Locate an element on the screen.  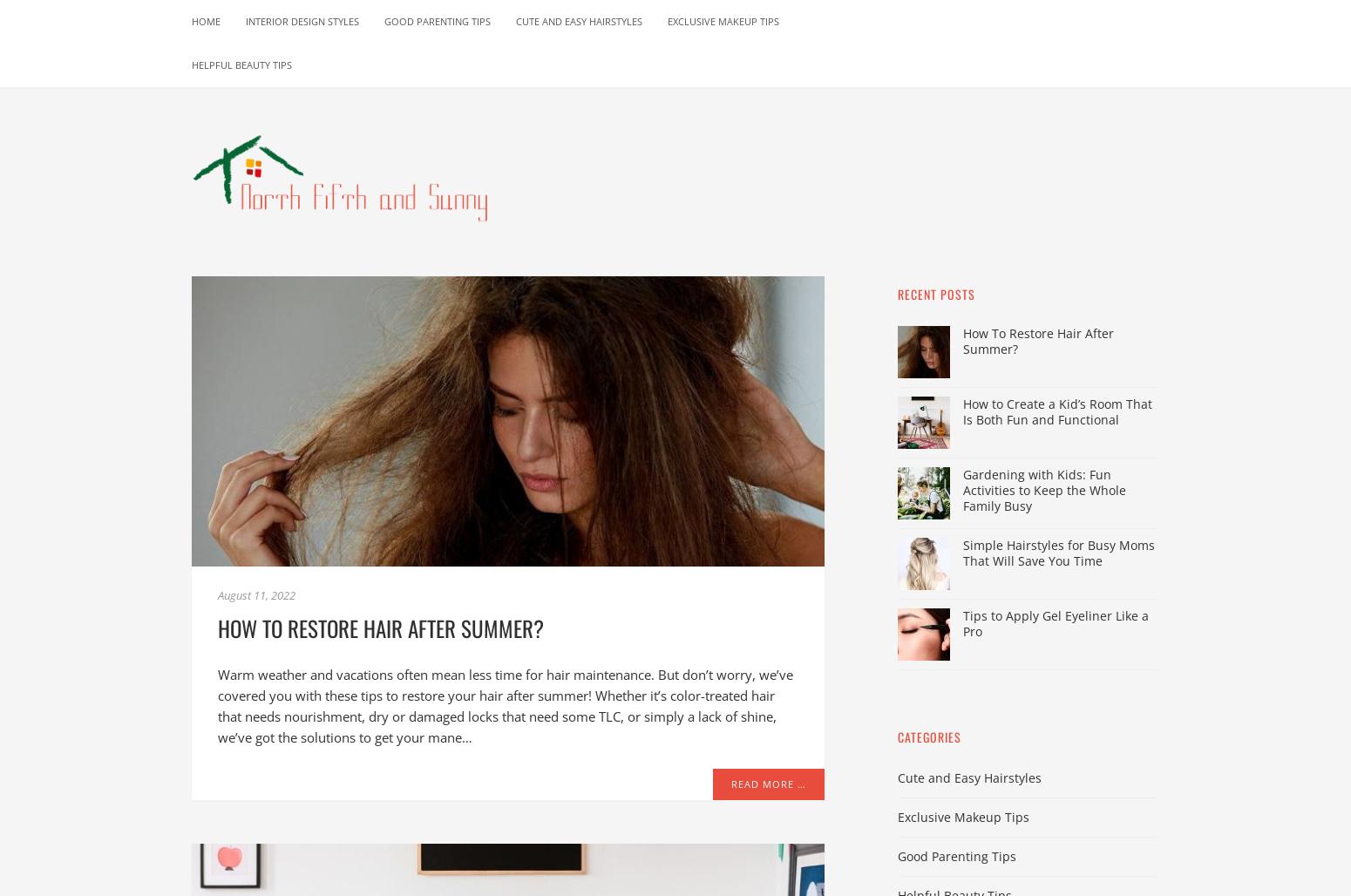
'Recent Posts' is located at coordinates (897, 293).